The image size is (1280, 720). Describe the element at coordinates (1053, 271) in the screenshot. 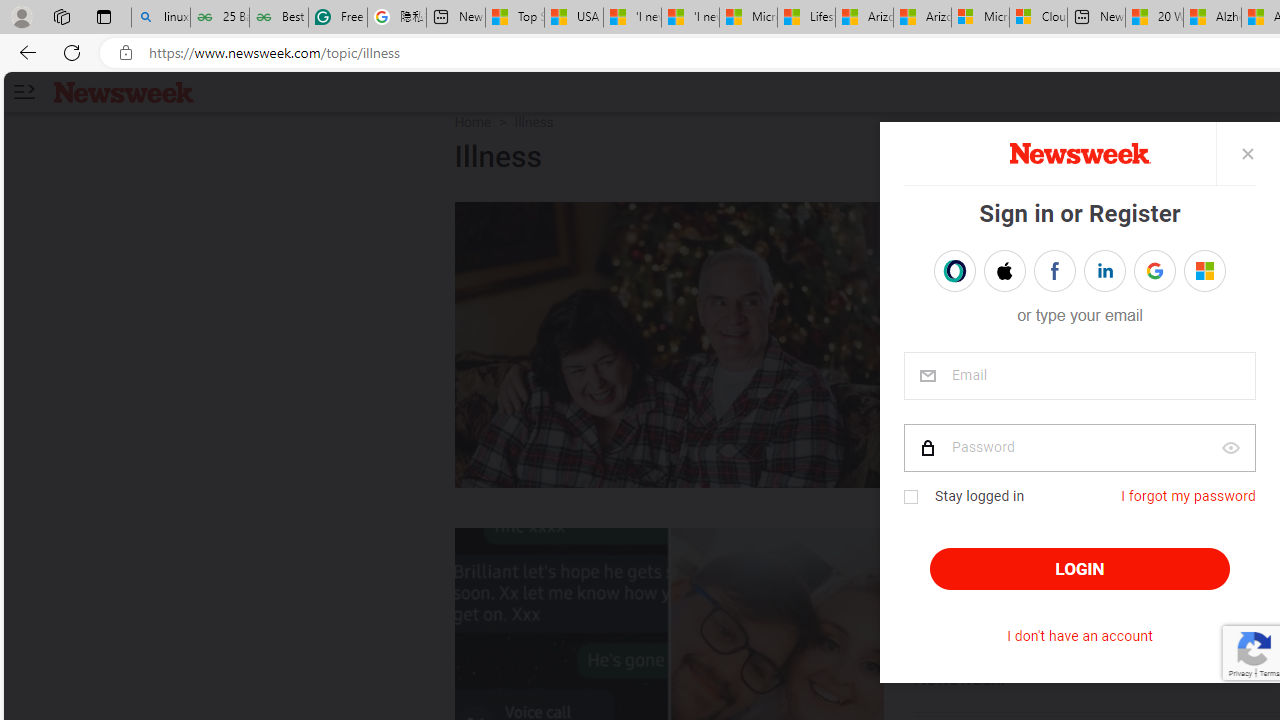

I see `'Sign in with FACEBOOK'` at that location.